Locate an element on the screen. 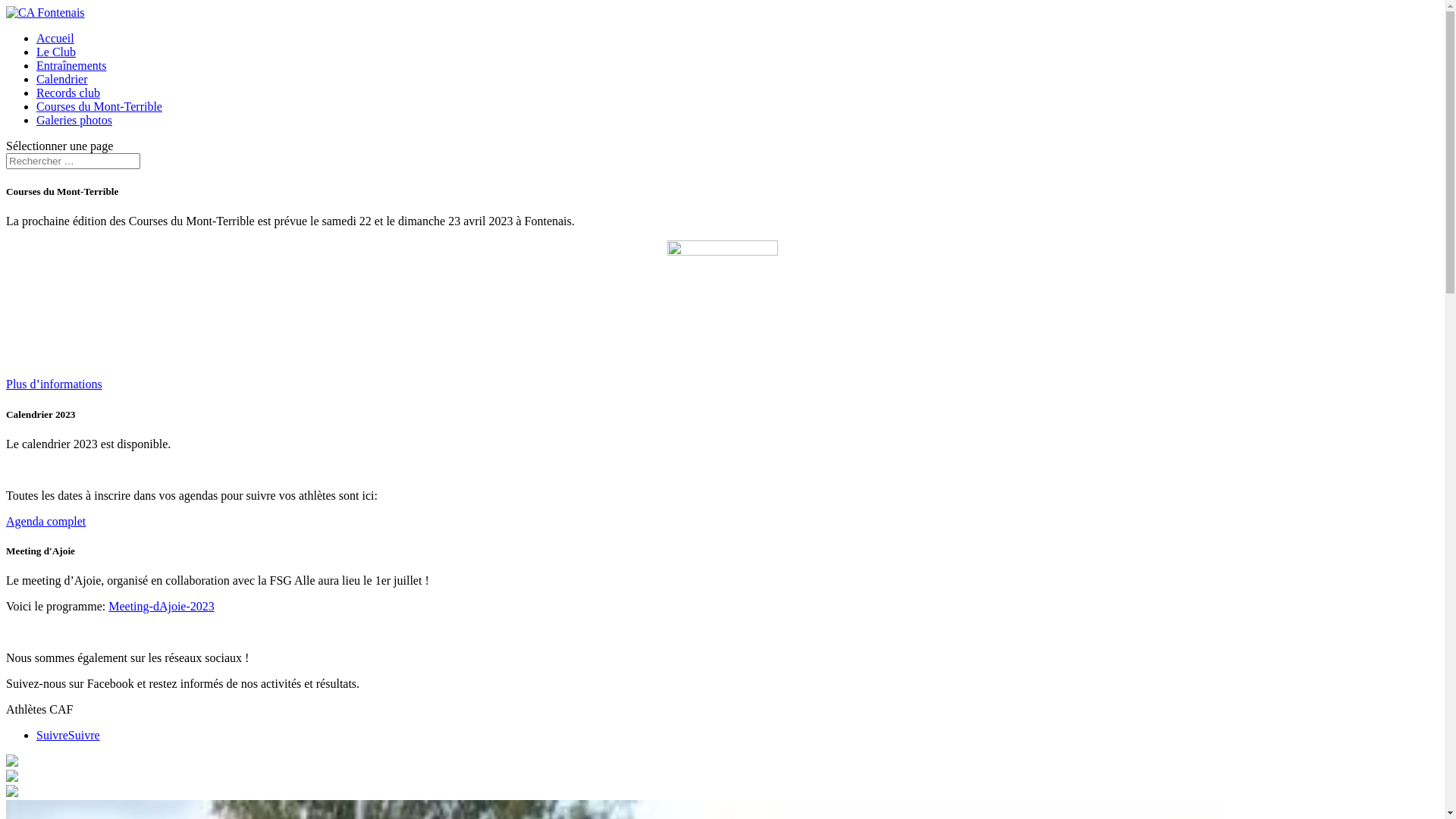 This screenshot has width=1456, height=819. 'Records club' is located at coordinates (67, 93).